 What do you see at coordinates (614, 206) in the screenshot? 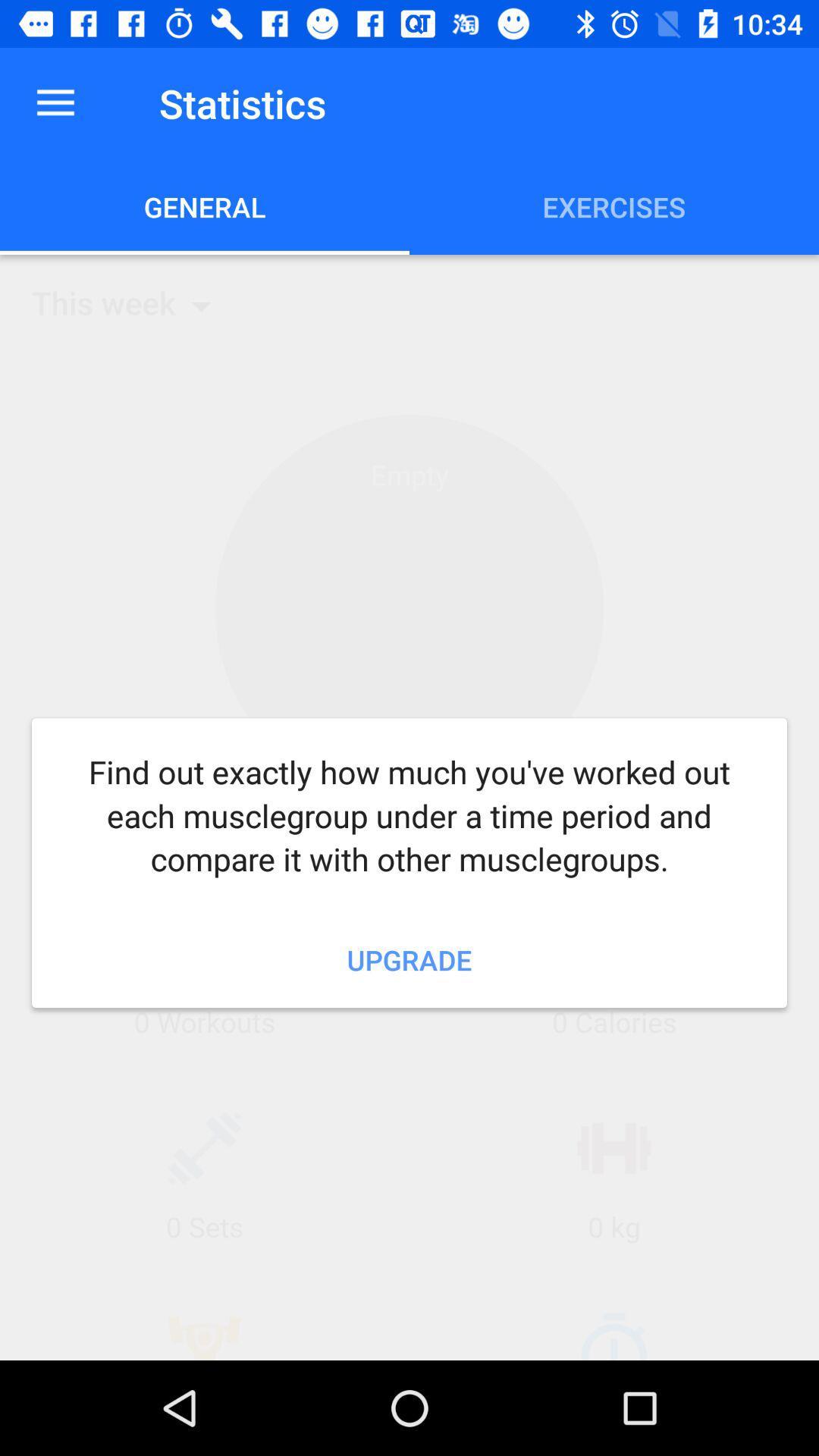
I see `exercises icon` at bounding box center [614, 206].